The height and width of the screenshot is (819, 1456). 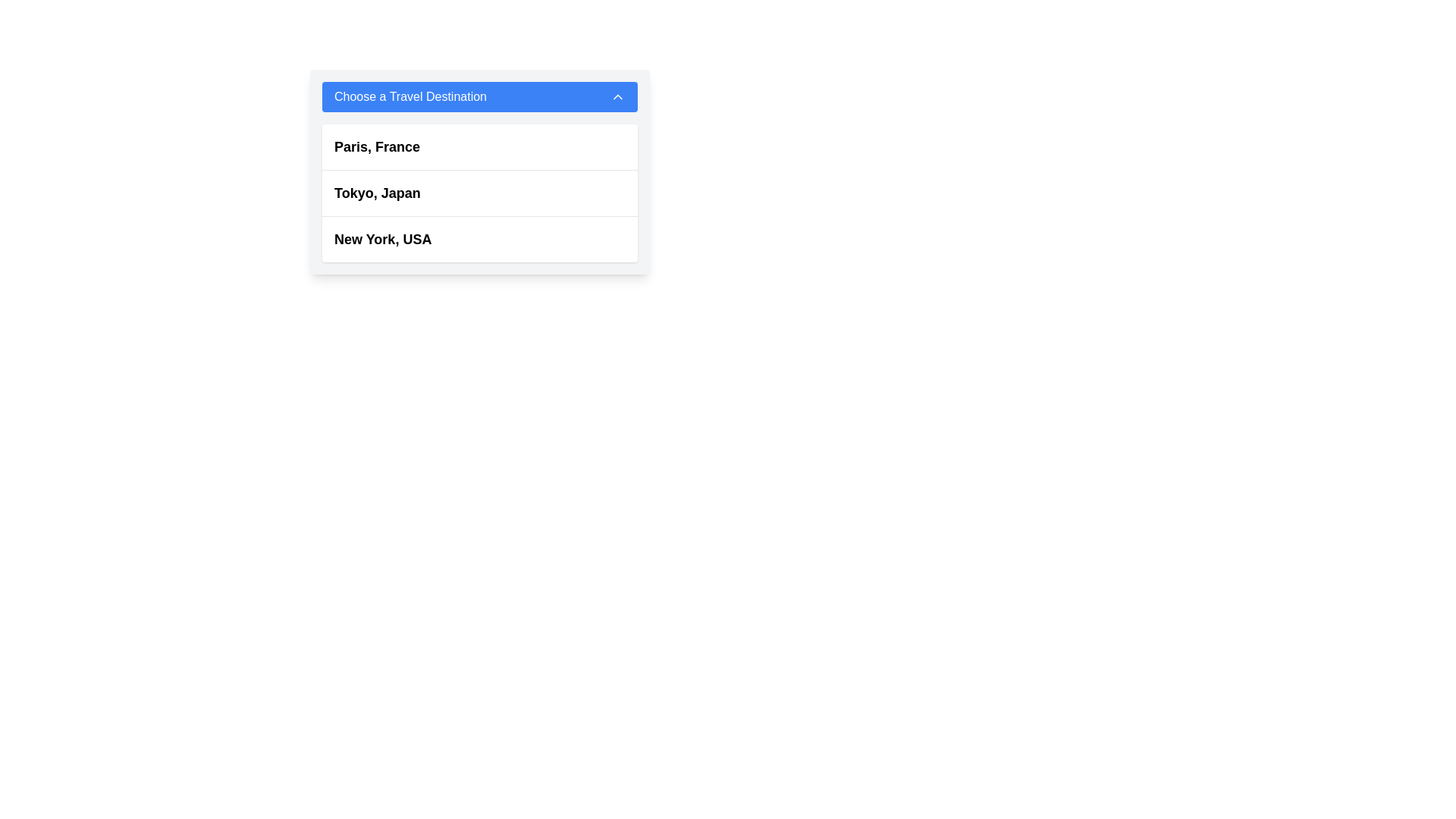 I want to click on the label indicating the purpose of the dropdown menu for choosing a travel destination, positioned at the left side of a button-like component in a blue background bar, so click(x=410, y=96).